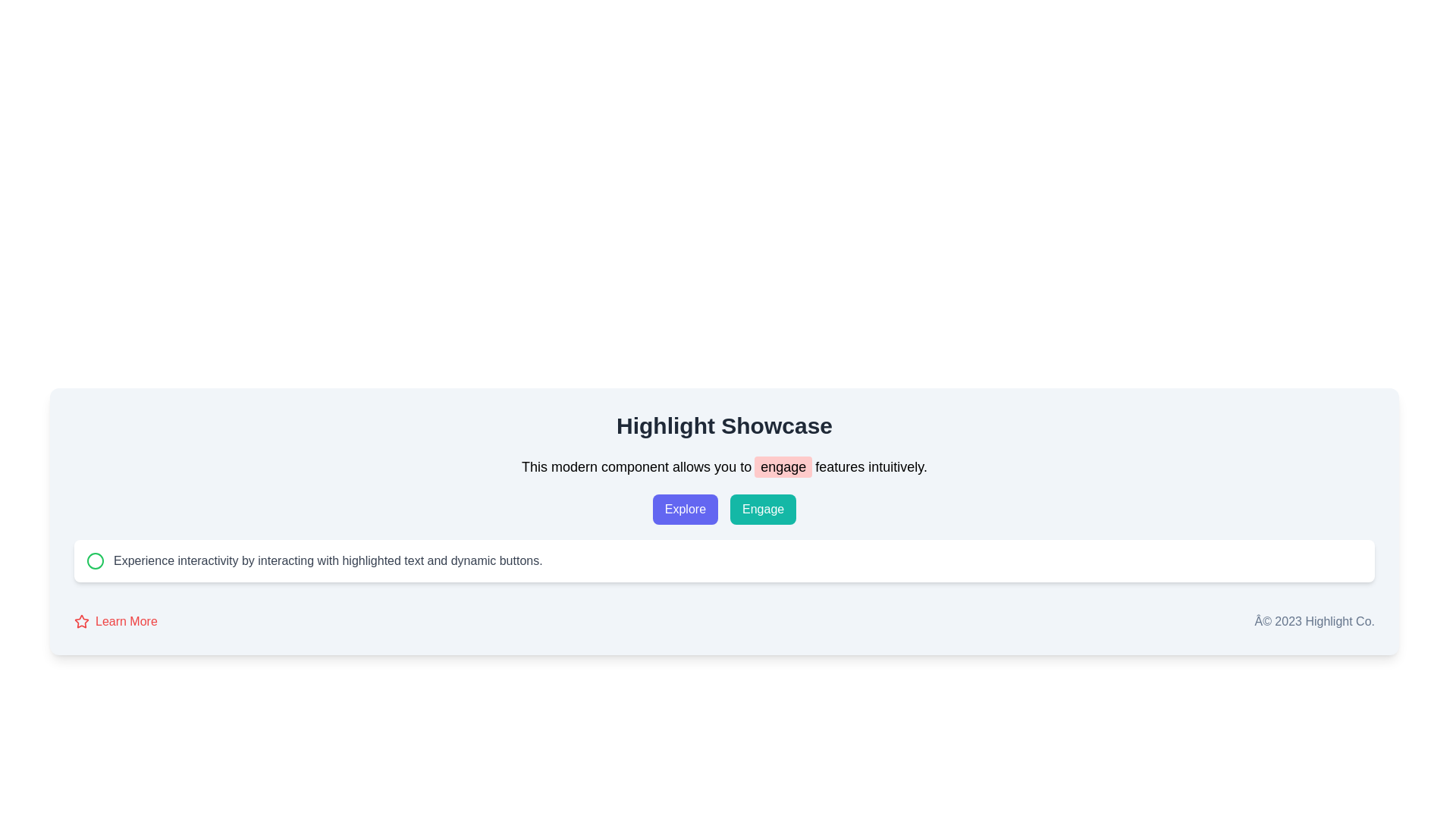 The image size is (1456, 819). Describe the element at coordinates (763, 509) in the screenshot. I see `the 'Engage' button located to the right of the 'Explore' button to observe the hover effect` at that location.